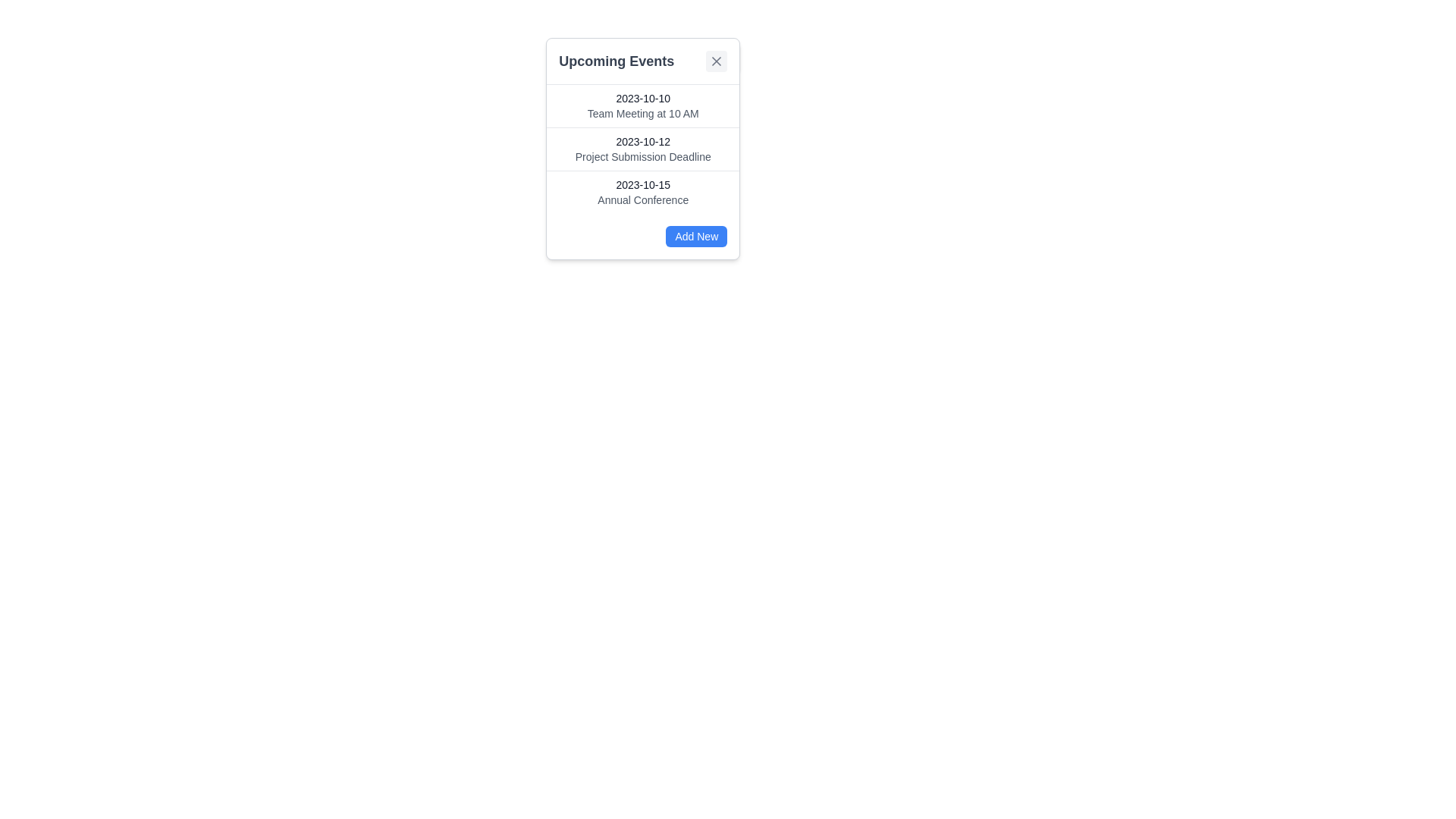 This screenshot has height=819, width=1456. I want to click on the close button with an 'X' icon in dark gray located in the top-right corner of the 'Upcoming Events' panel, so click(716, 61).